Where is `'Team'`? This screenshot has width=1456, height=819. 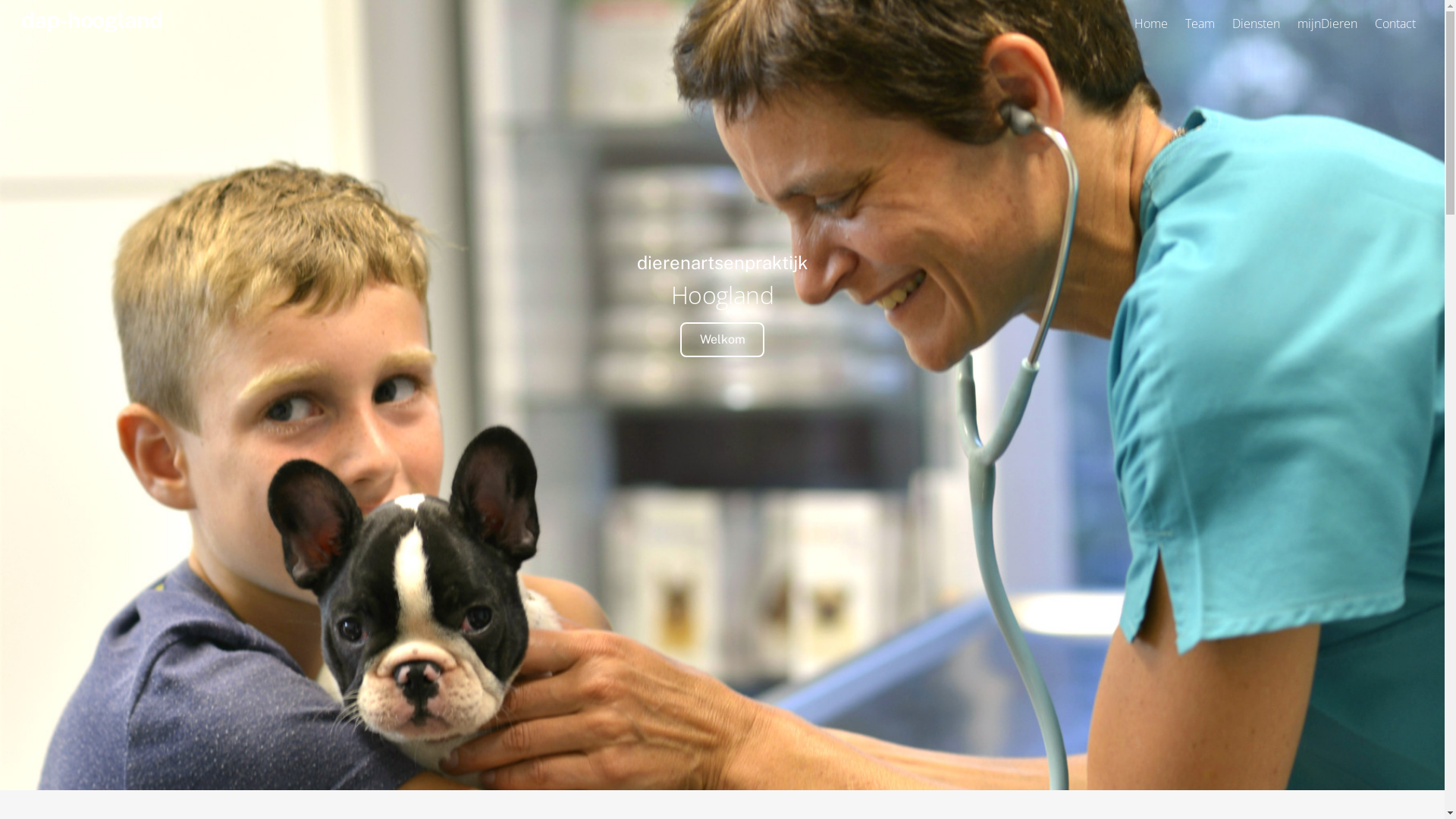
'Team' is located at coordinates (1199, 23).